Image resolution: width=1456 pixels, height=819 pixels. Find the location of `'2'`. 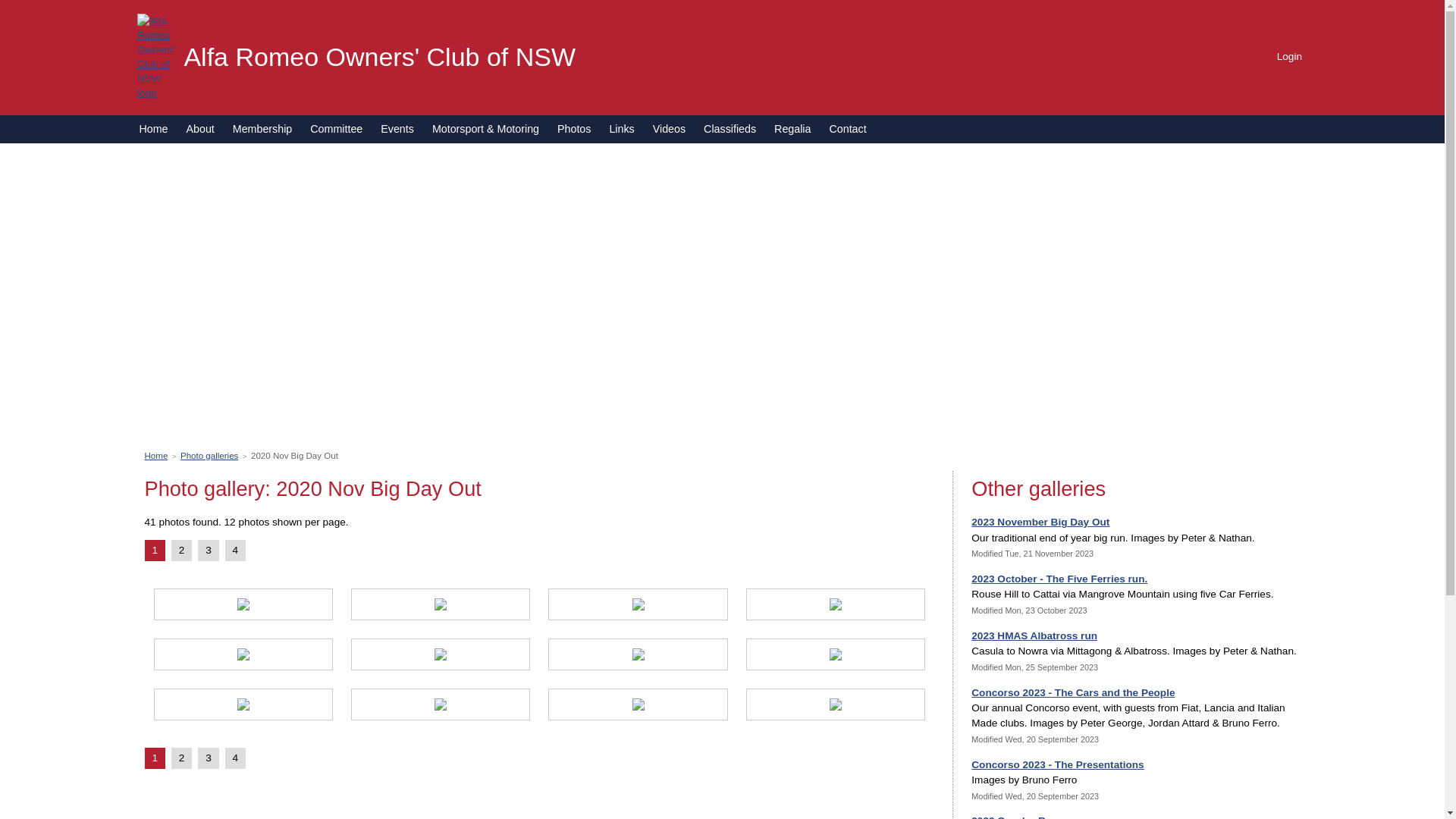

'2' is located at coordinates (182, 550).